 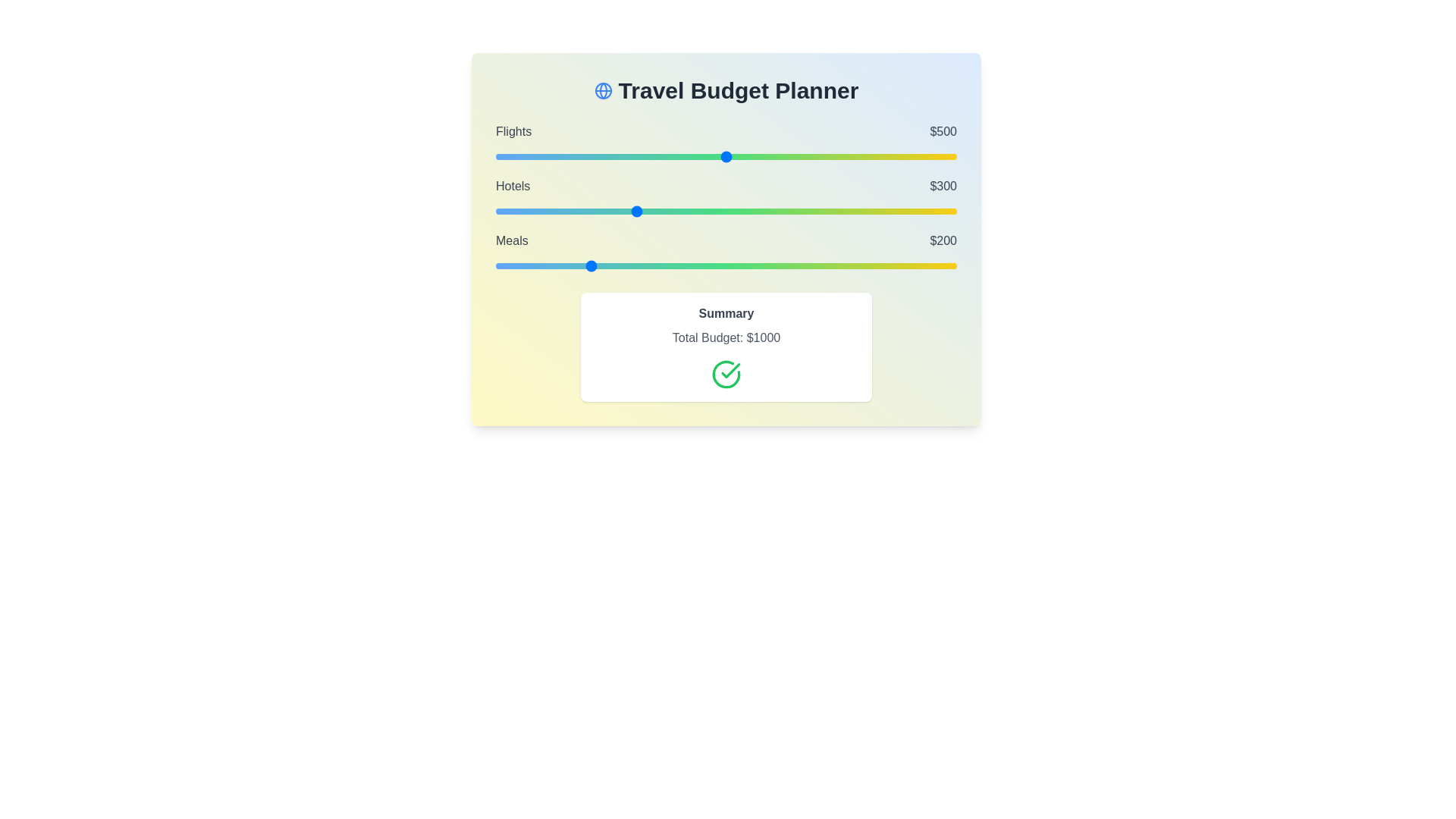 What do you see at coordinates (649, 157) in the screenshot?
I see `the 'Flights' budget slider to 333` at bounding box center [649, 157].